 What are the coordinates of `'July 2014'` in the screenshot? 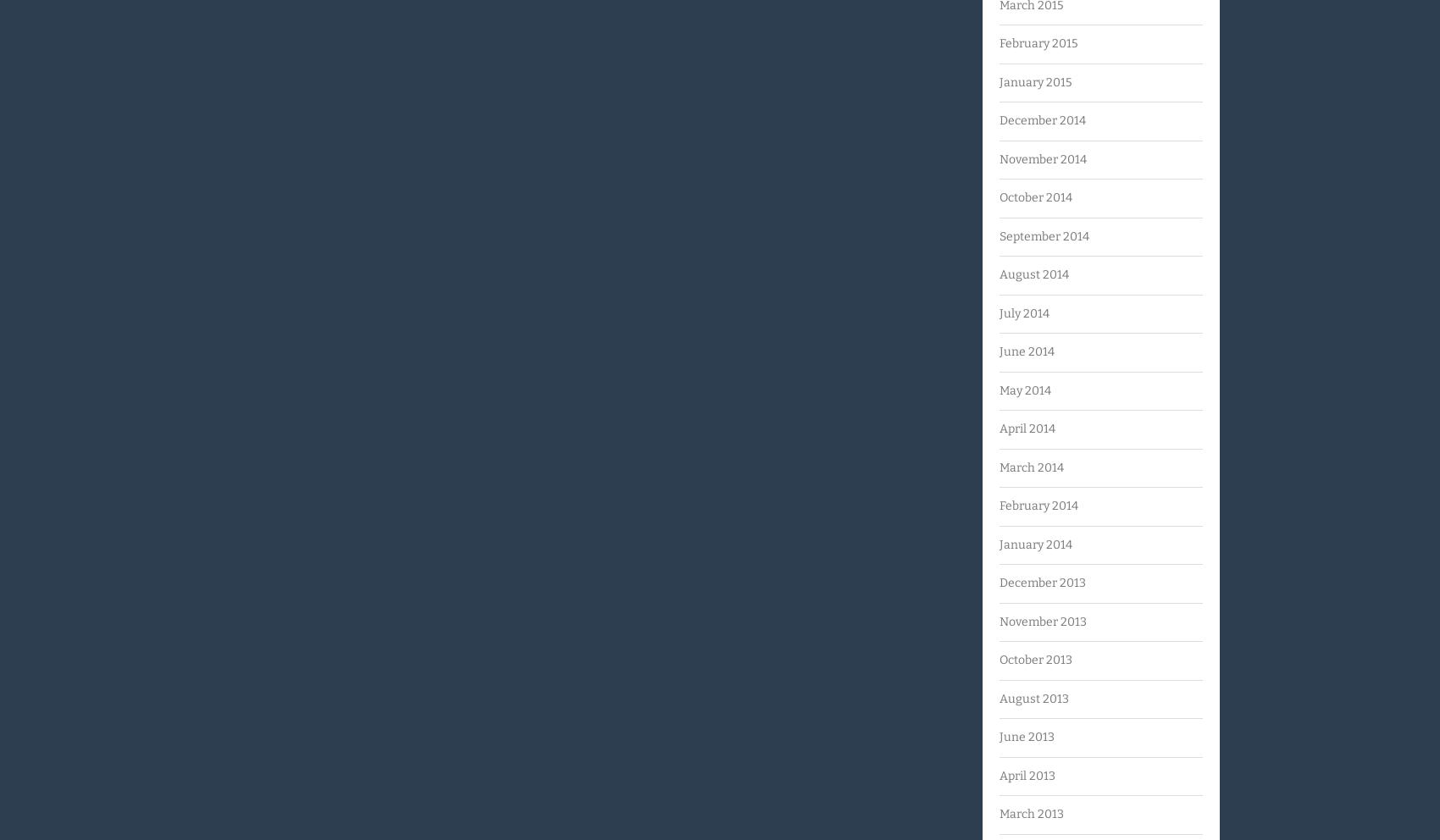 It's located at (1023, 312).